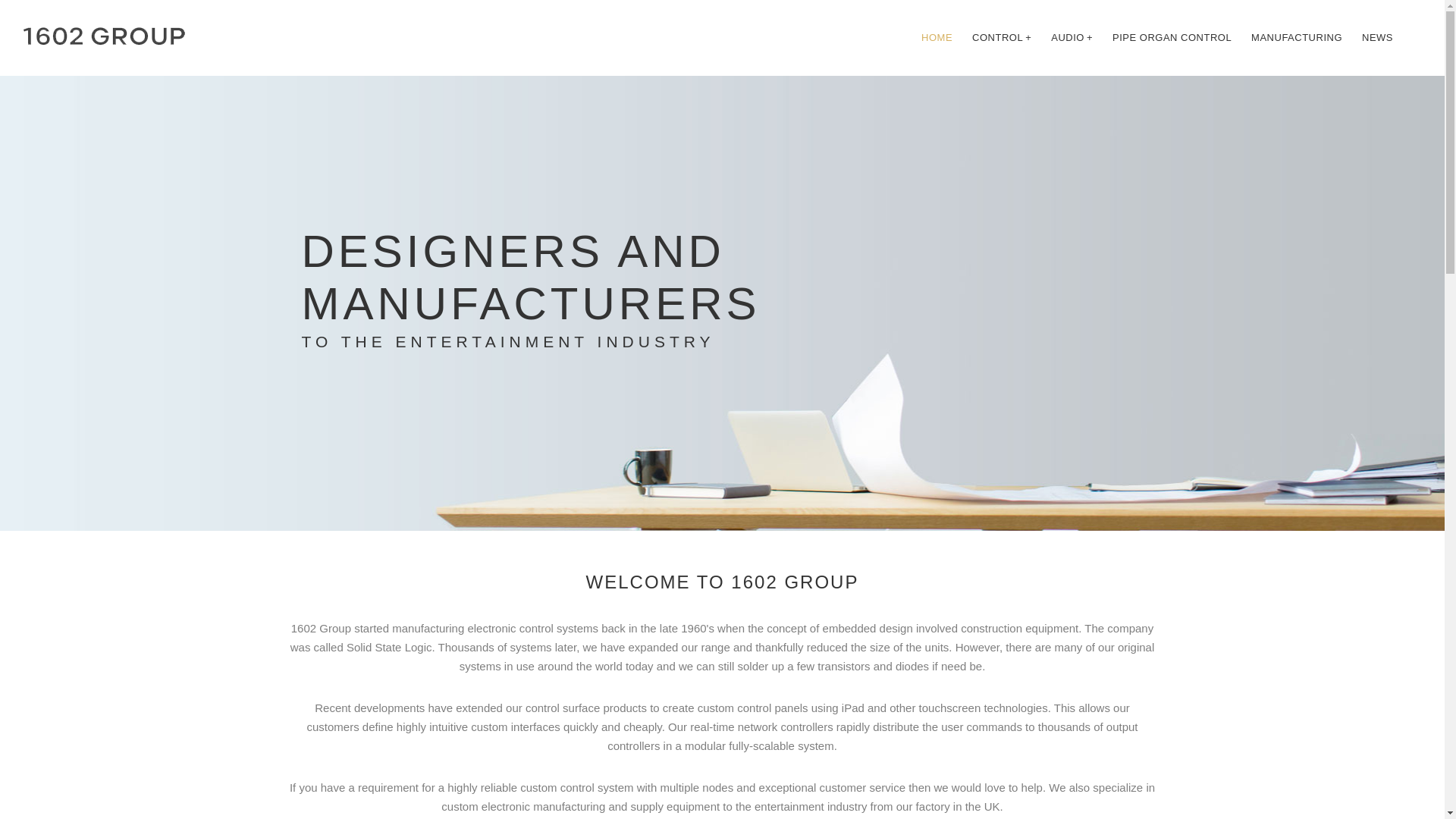 This screenshot has height=819, width=1456. What do you see at coordinates (1377, 37) in the screenshot?
I see `'NEWS'` at bounding box center [1377, 37].